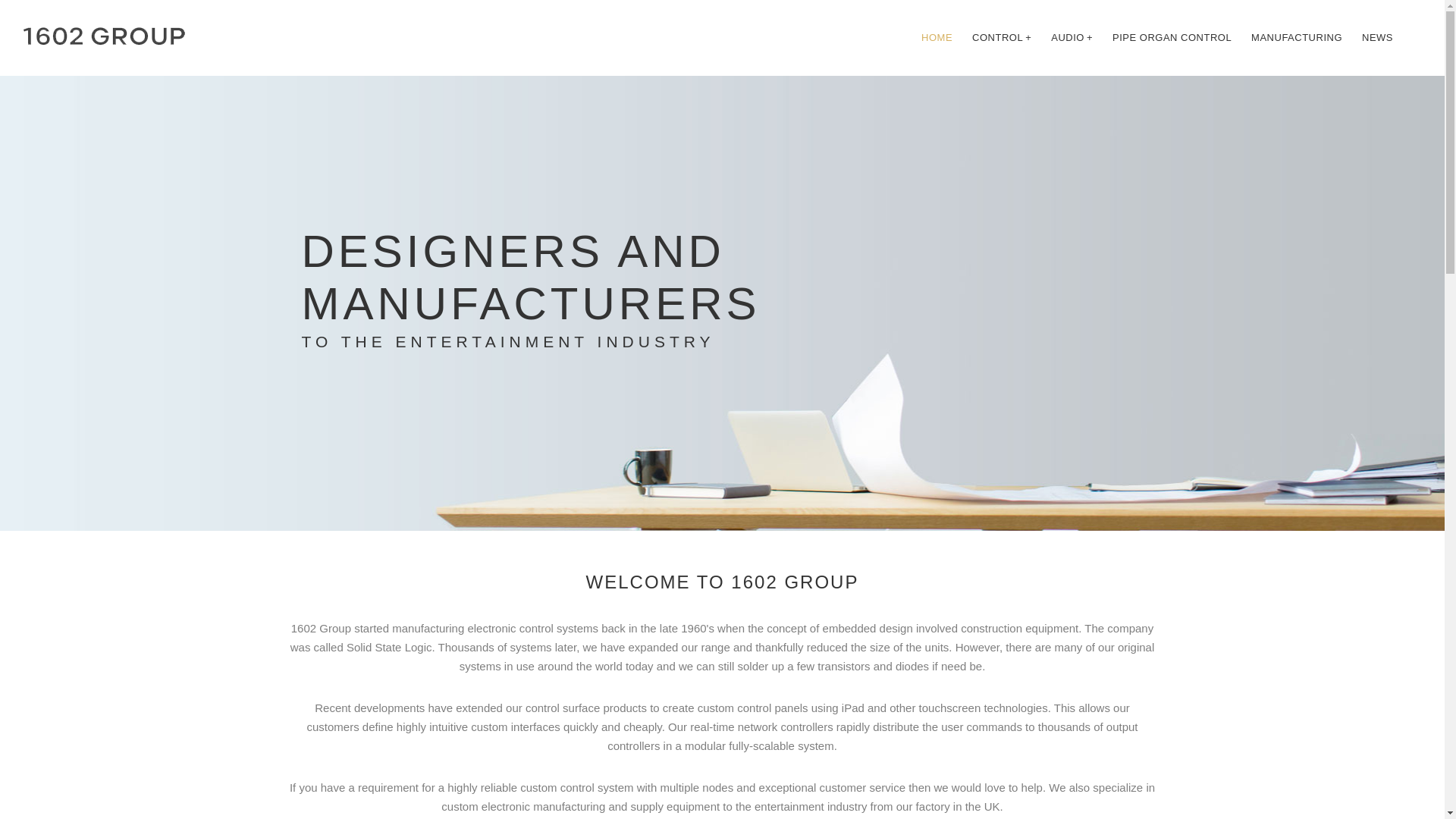 This screenshot has height=819, width=1456. What do you see at coordinates (1377, 37) in the screenshot?
I see `'NEWS'` at bounding box center [1377, 37].